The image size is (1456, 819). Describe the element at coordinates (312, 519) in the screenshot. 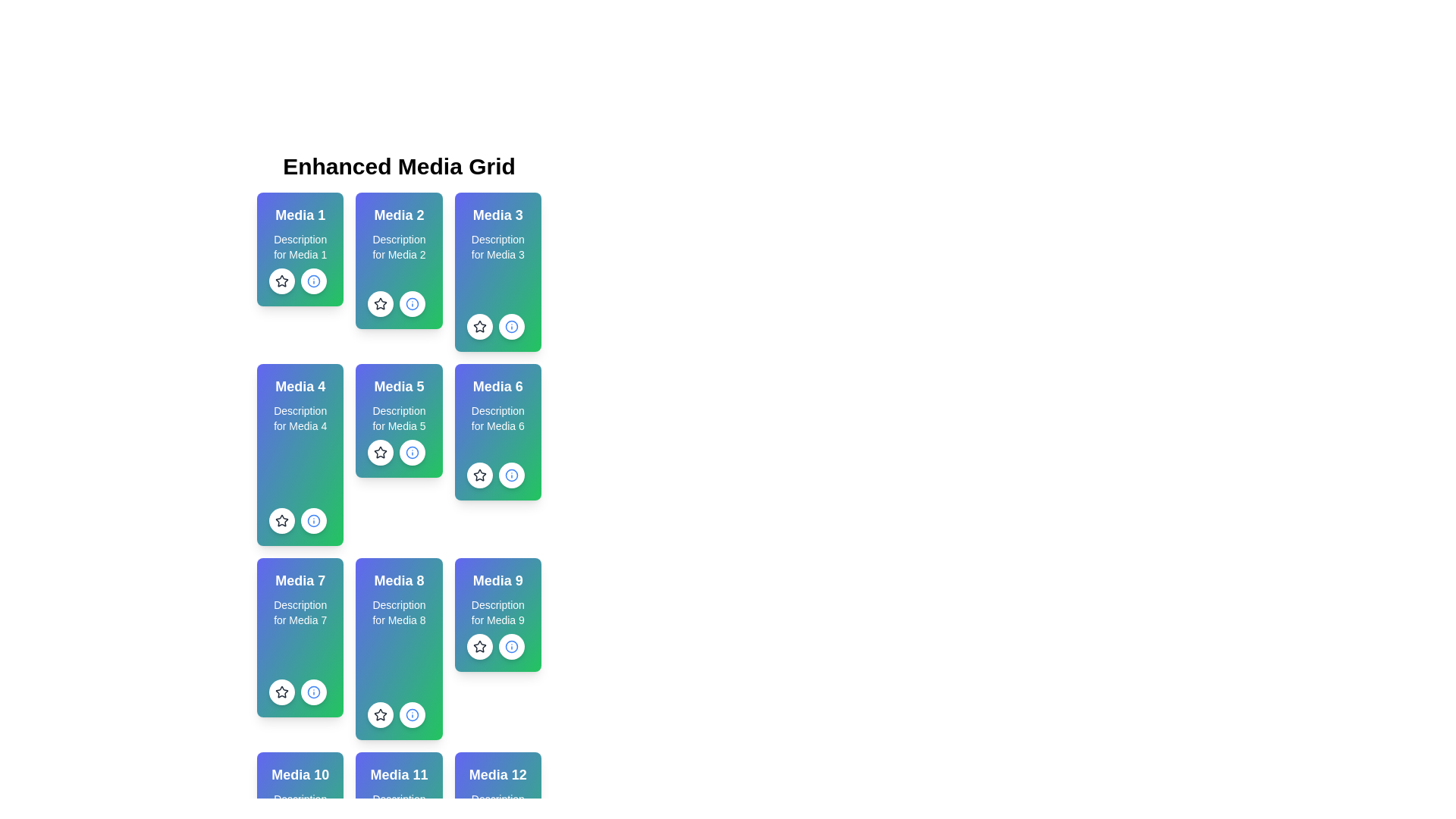

I see `the blue circular information icon with a white outlined 'i' located in the right-bottom section of the Media 6 card` at that location.